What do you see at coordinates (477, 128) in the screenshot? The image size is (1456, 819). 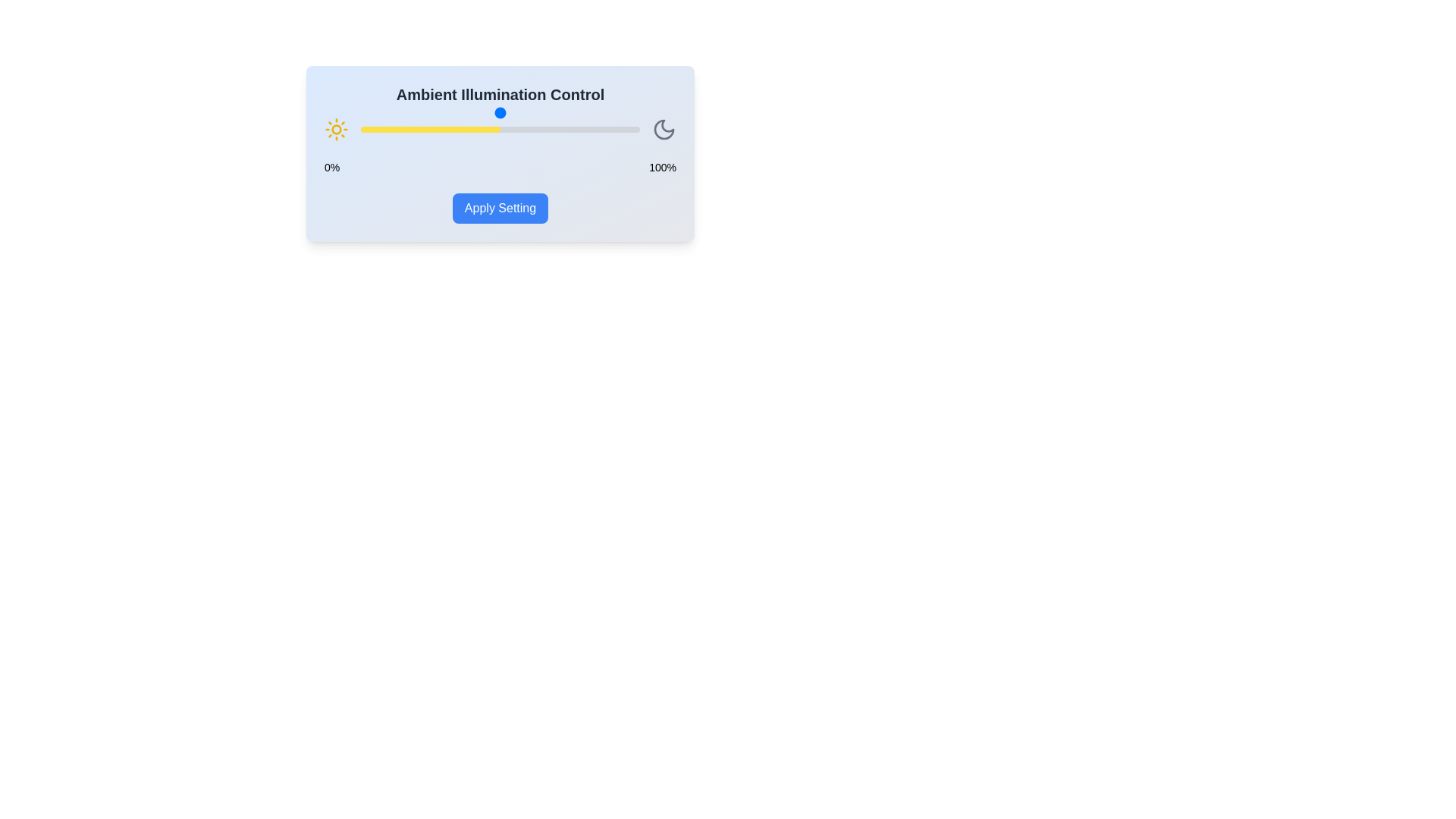 I see `the illumination slider to 42%` at bounding box center [477, 128].